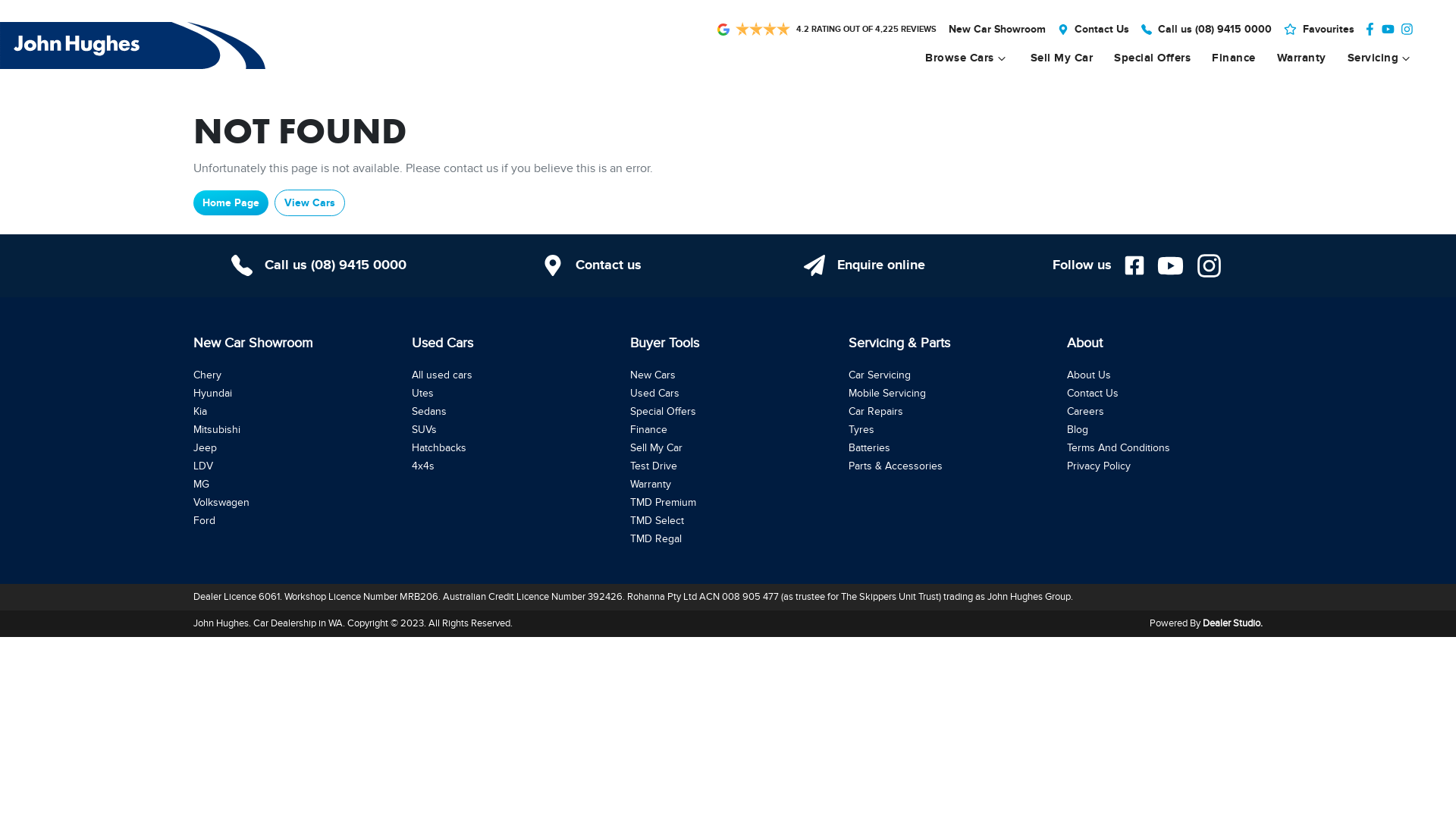 The image size is (1456, 819). What do you see at coordinates (962, 58) in the screenshot?
I see `'Browse Cars'` at bounding box center [962, 58].